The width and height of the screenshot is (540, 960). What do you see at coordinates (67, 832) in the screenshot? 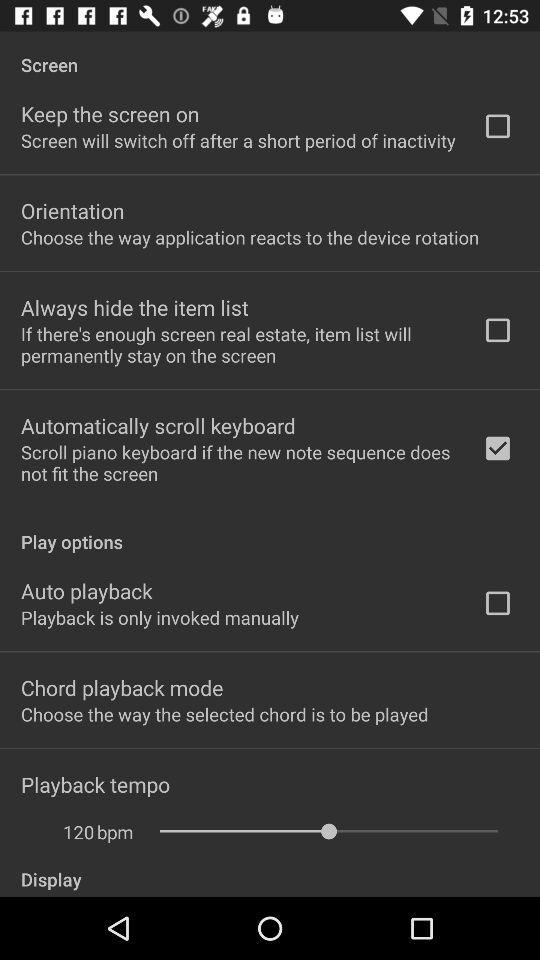
I see `icon next to the bpm app` at bounding box center [67, 832].